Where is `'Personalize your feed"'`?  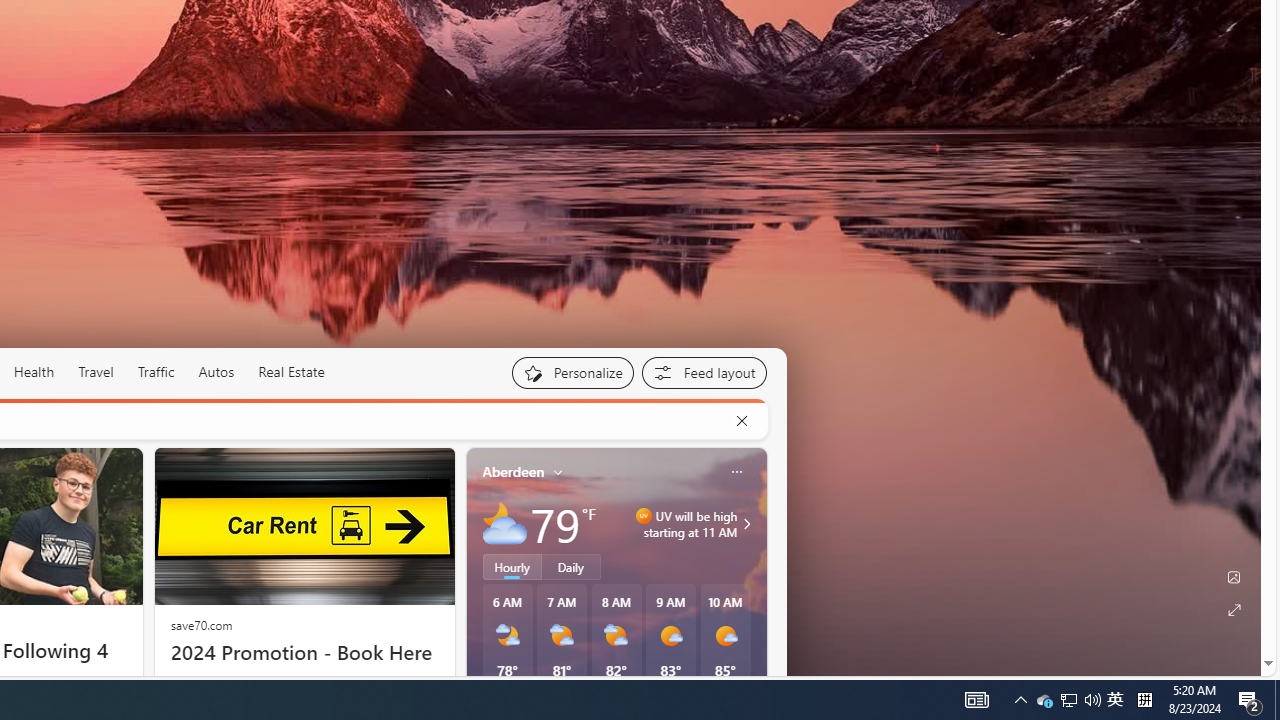
'Personalize your feed"' is located at coordinates (571, 372).